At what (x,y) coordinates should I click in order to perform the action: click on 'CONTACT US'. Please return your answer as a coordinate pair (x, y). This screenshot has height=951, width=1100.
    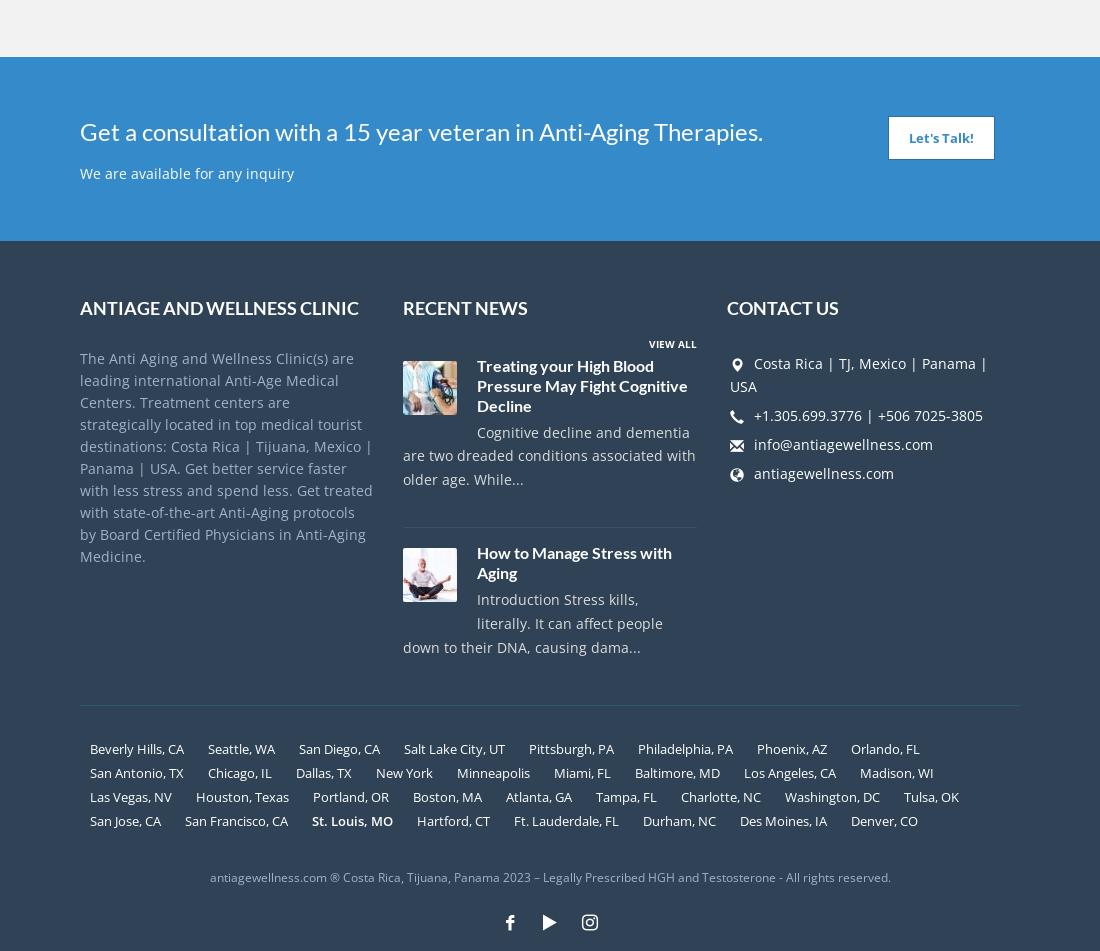
    Looking at the image, I should click on (781, 306).